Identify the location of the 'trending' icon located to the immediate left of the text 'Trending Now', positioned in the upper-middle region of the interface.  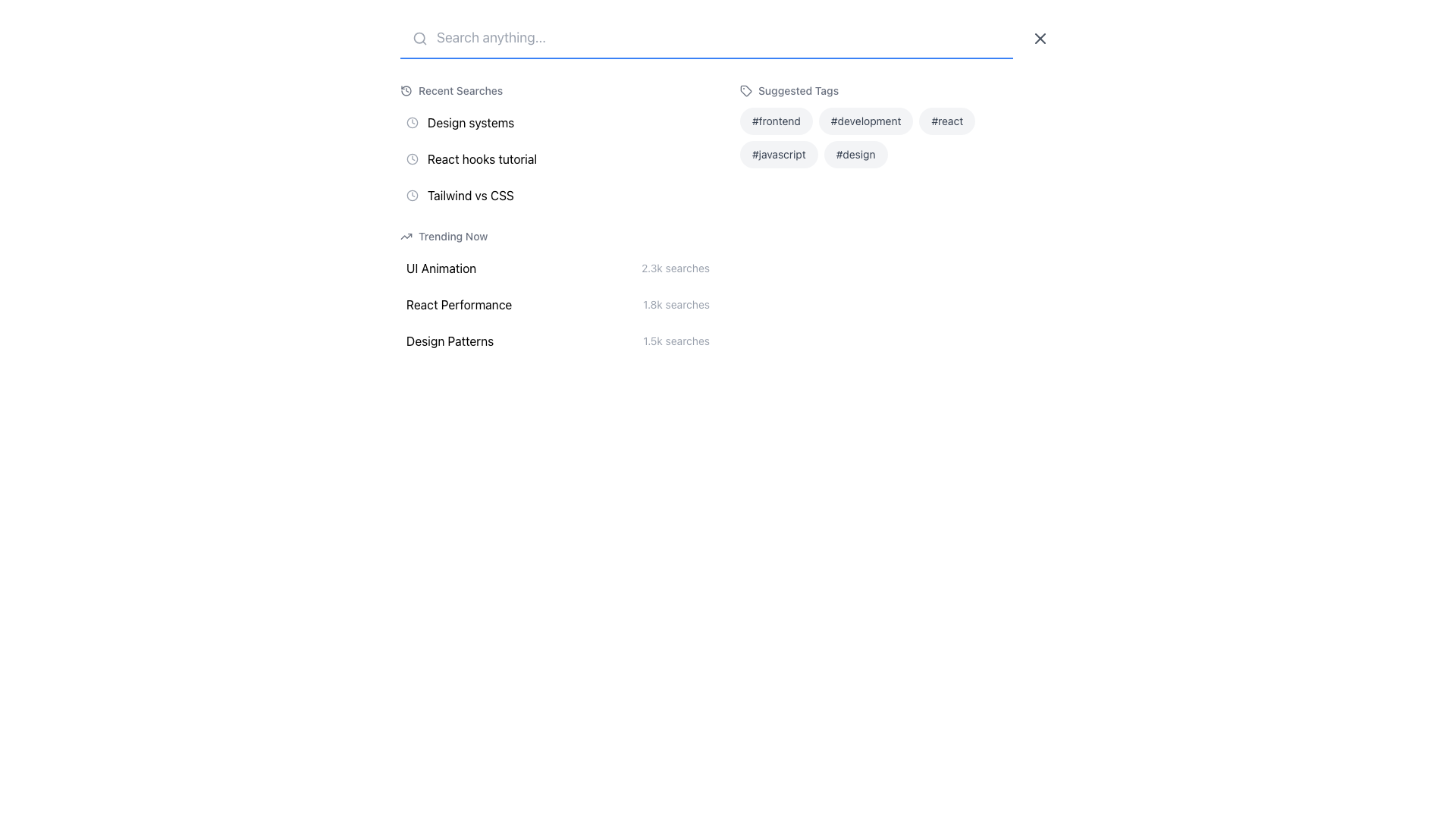
(406, 237).